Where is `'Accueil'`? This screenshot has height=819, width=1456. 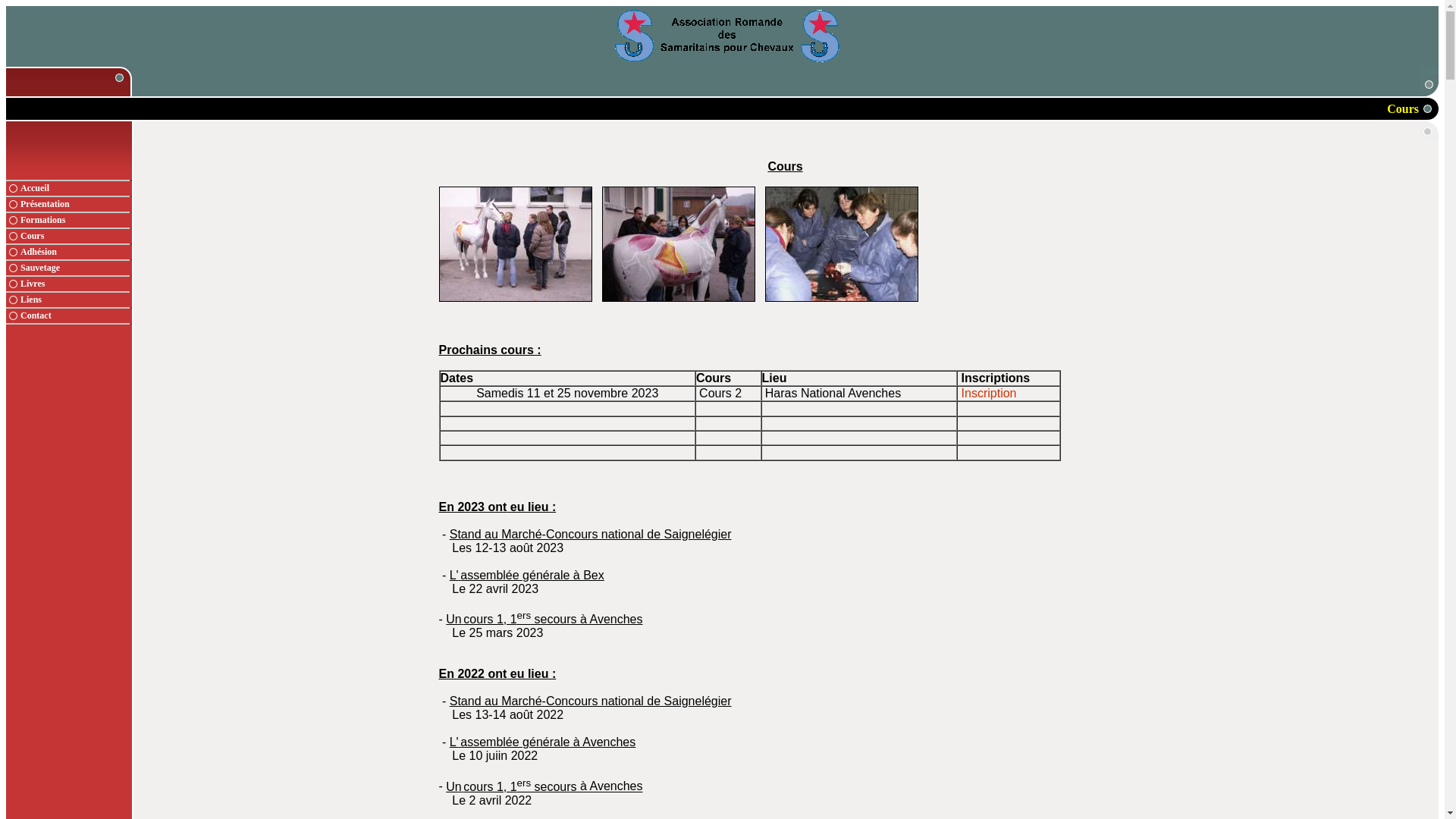 'Accueil' is located at coordinates (74, 187).